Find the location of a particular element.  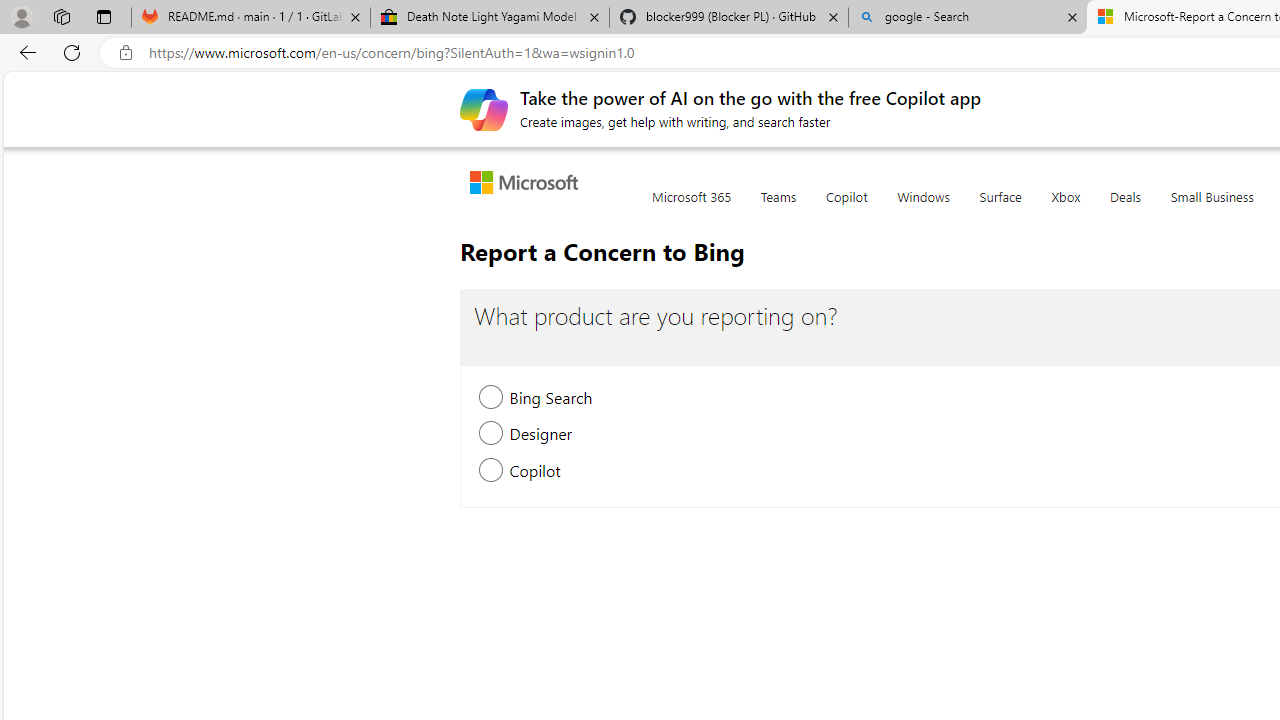

'Bing Search, new section will be expanded' is located at coordinates (491, 399).